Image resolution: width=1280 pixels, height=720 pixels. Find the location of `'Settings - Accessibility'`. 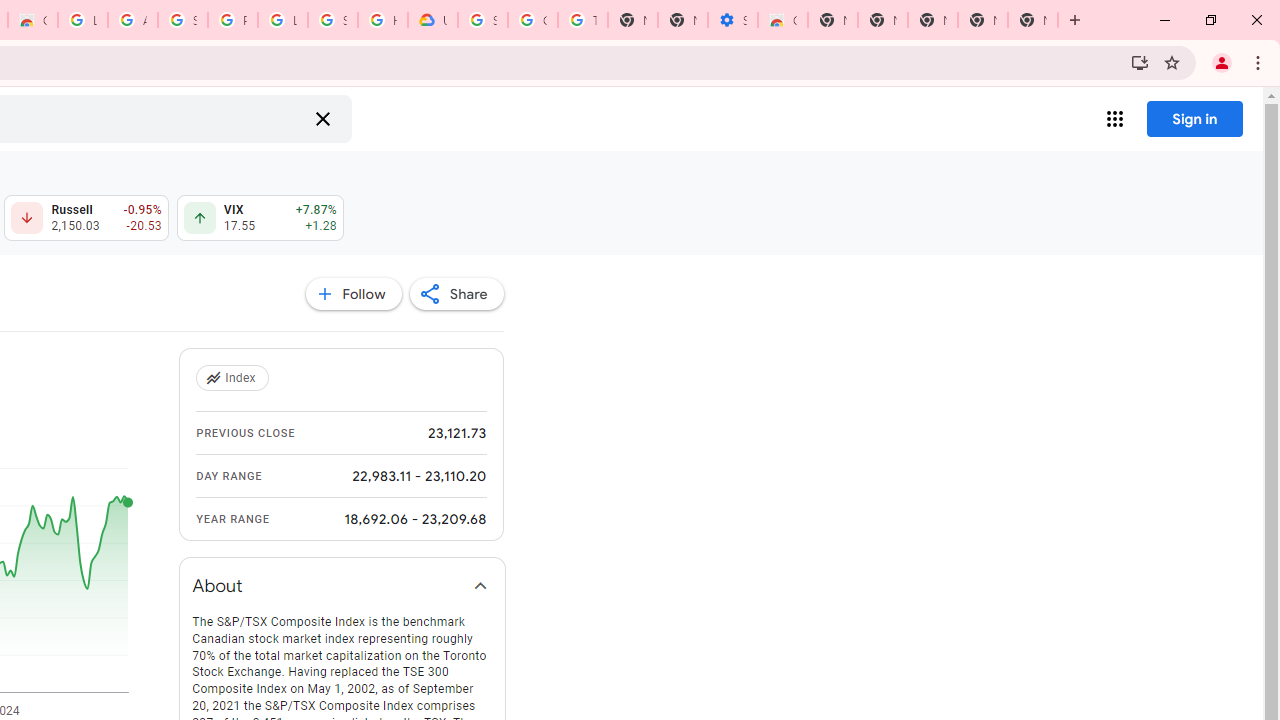

'Settings - Accessibility' is located at coordinates (731, 20).